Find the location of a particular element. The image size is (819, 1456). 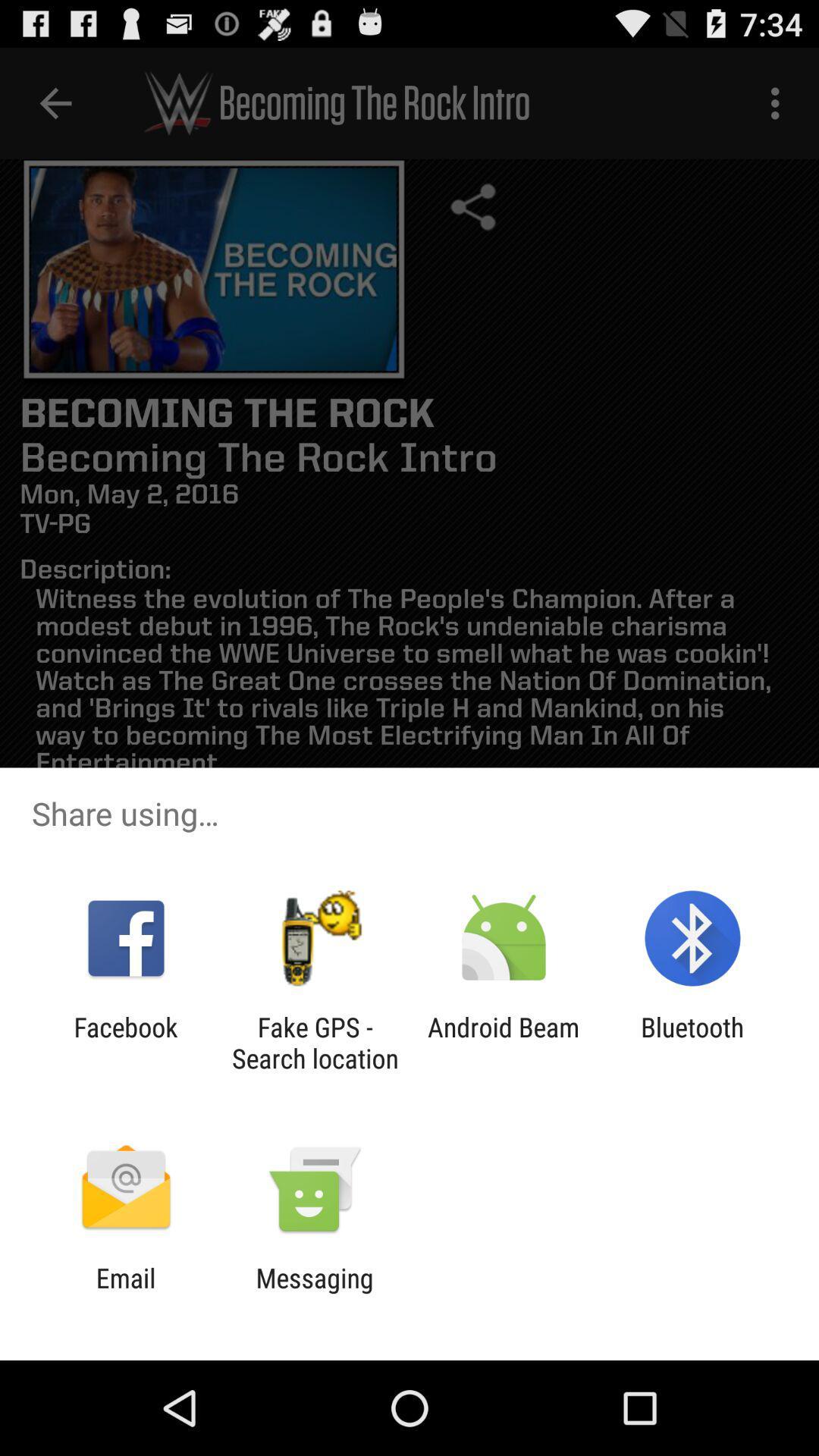

the android beam app is located at coordinates (504, 1042).